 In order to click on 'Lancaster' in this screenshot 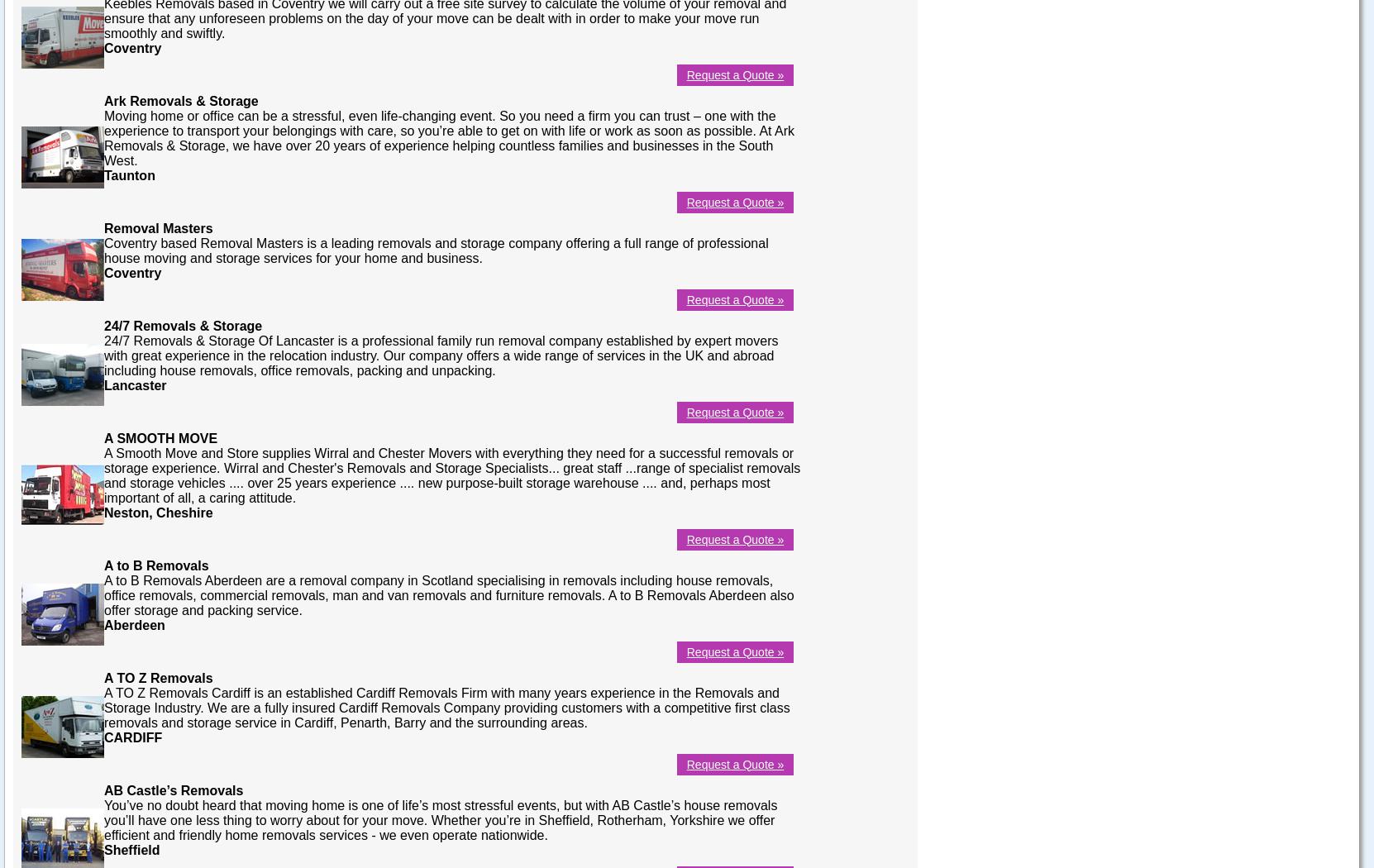, I will do `click(103, 384)`.